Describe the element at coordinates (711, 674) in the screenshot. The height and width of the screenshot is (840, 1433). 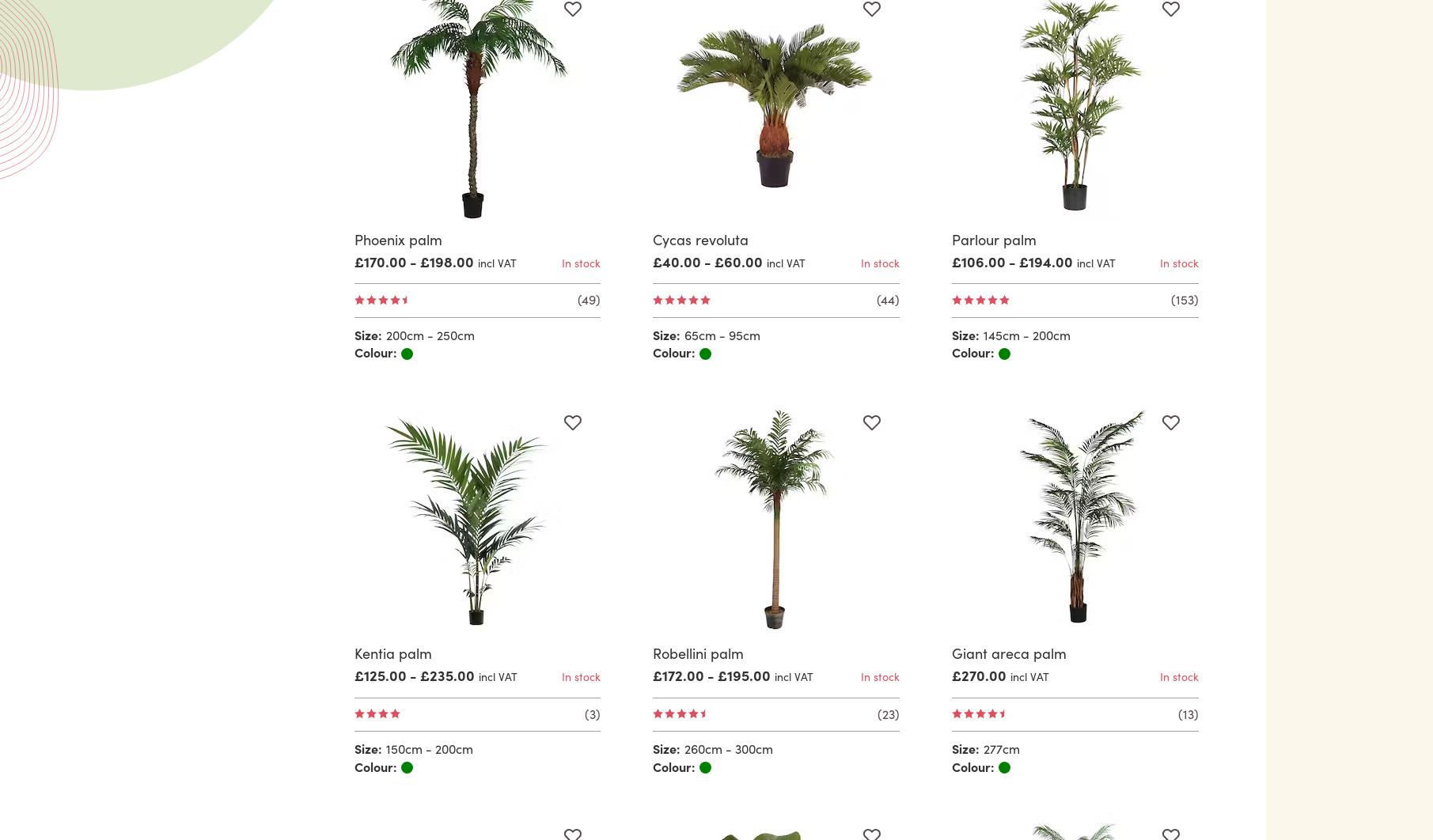
I see `'£172.00 - £195.00'` at that location.